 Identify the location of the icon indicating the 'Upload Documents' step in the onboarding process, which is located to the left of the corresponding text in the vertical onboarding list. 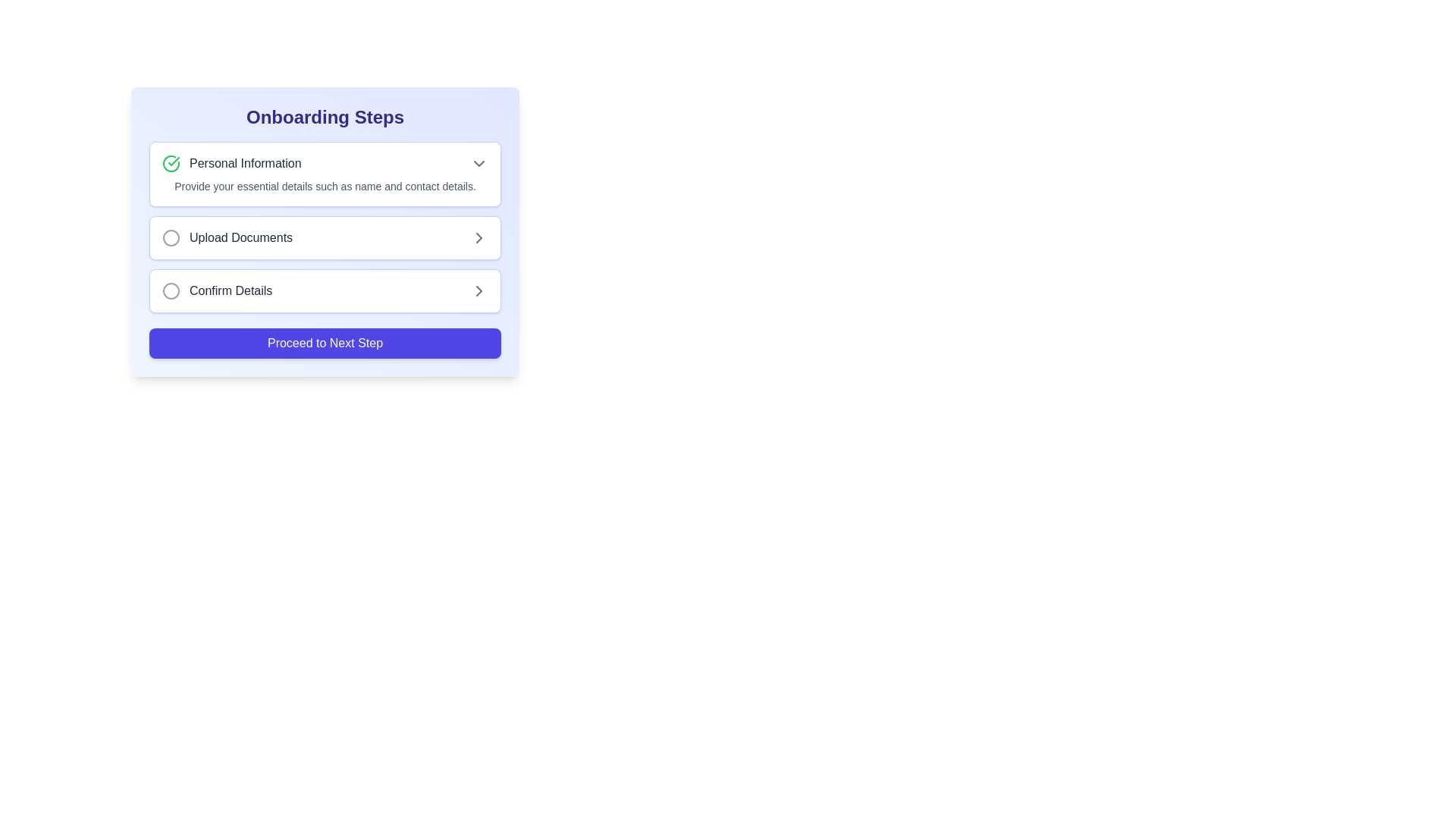
(171, 237).